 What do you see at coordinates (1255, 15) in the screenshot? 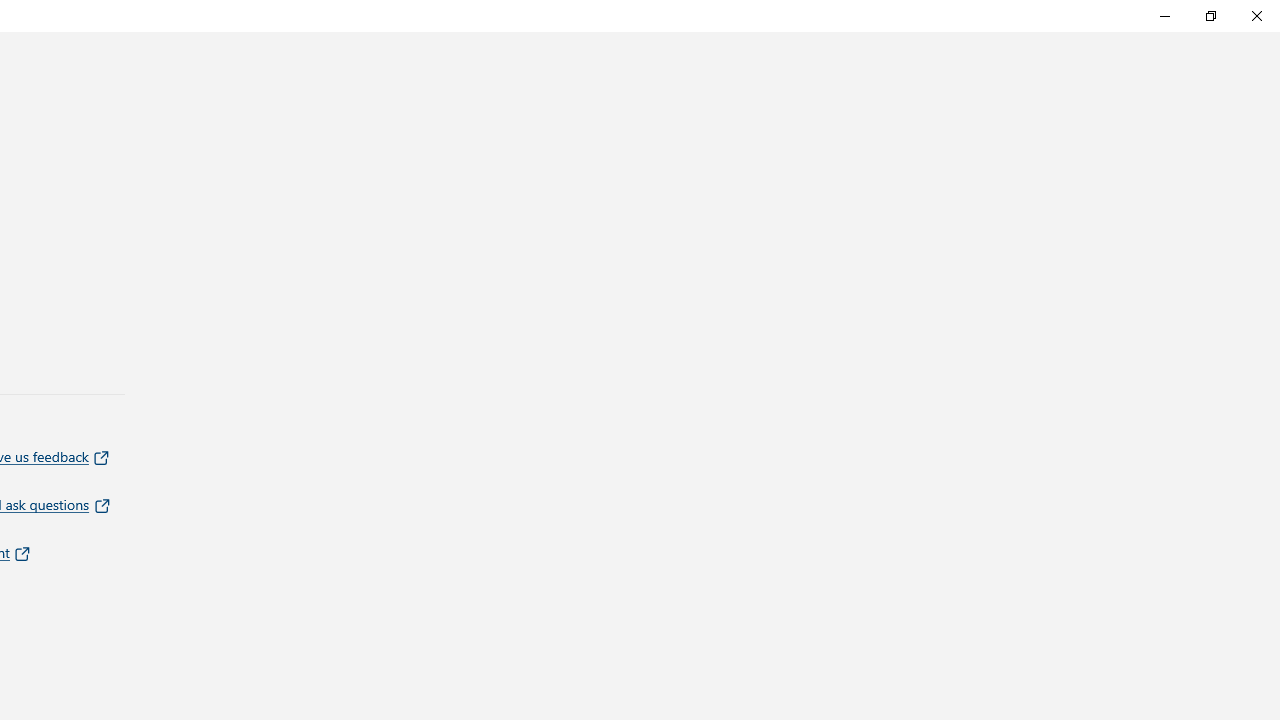
I see `'Close Feedback Hub'` at bounding box center [1255, 15].